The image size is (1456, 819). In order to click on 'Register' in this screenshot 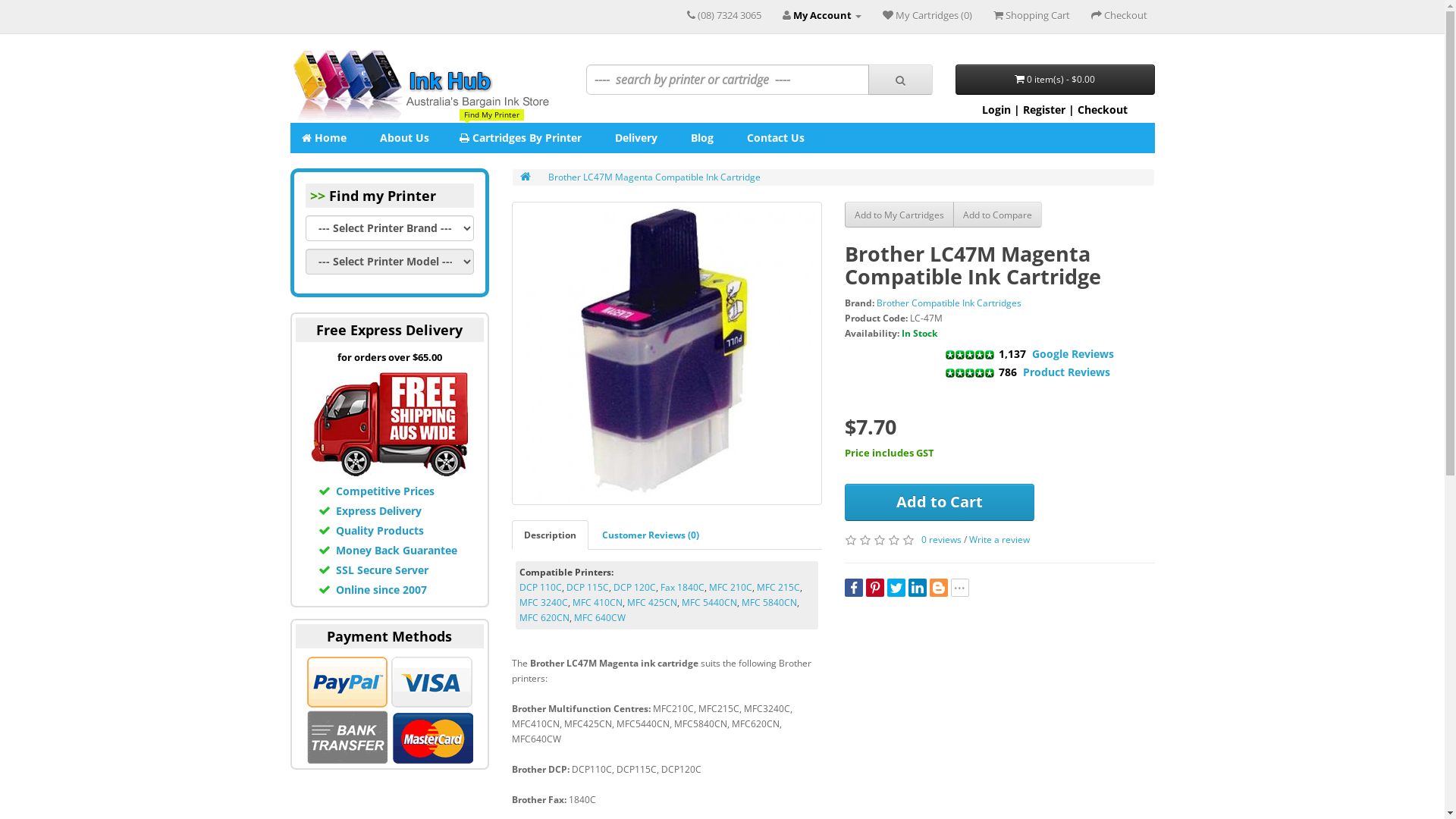, I will do `click(1022, 108)`.